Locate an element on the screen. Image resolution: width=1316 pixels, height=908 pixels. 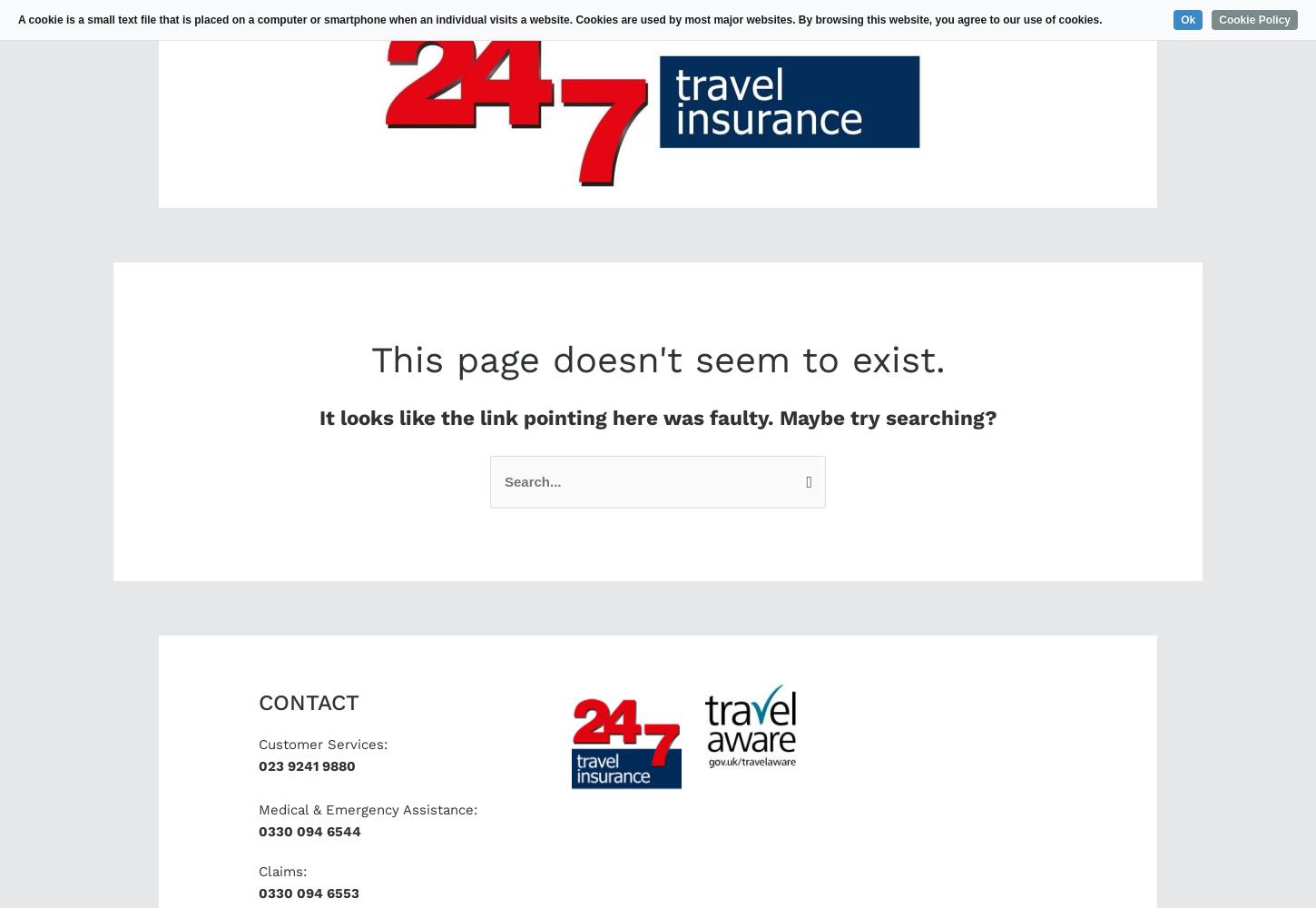
'Customer Services:' is located at coordinates (259, 744).